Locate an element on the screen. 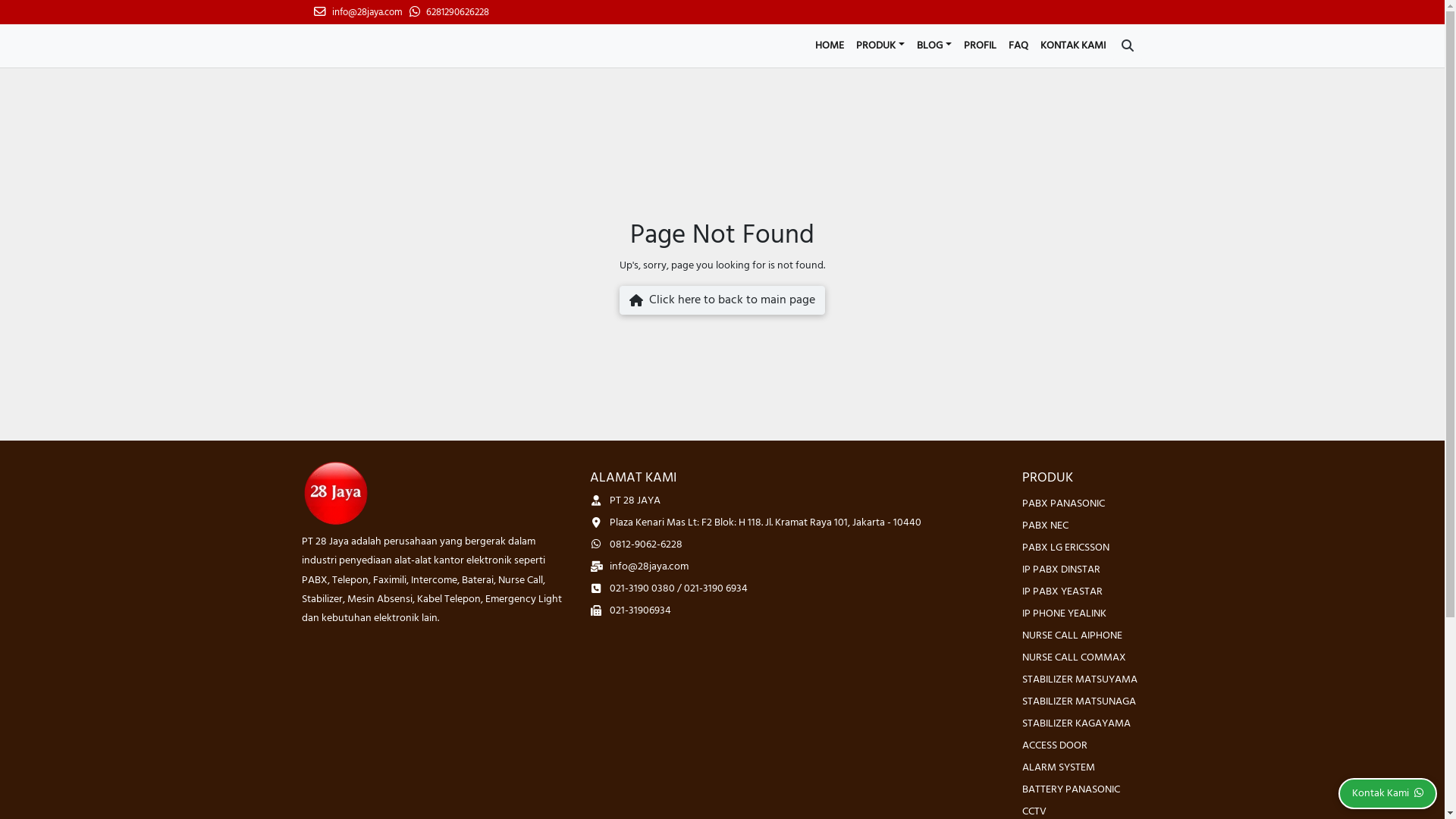 Image resolution: width=1456 pixels, height=819 pixels. 'BLOG' is located at coordinates (934, 45).